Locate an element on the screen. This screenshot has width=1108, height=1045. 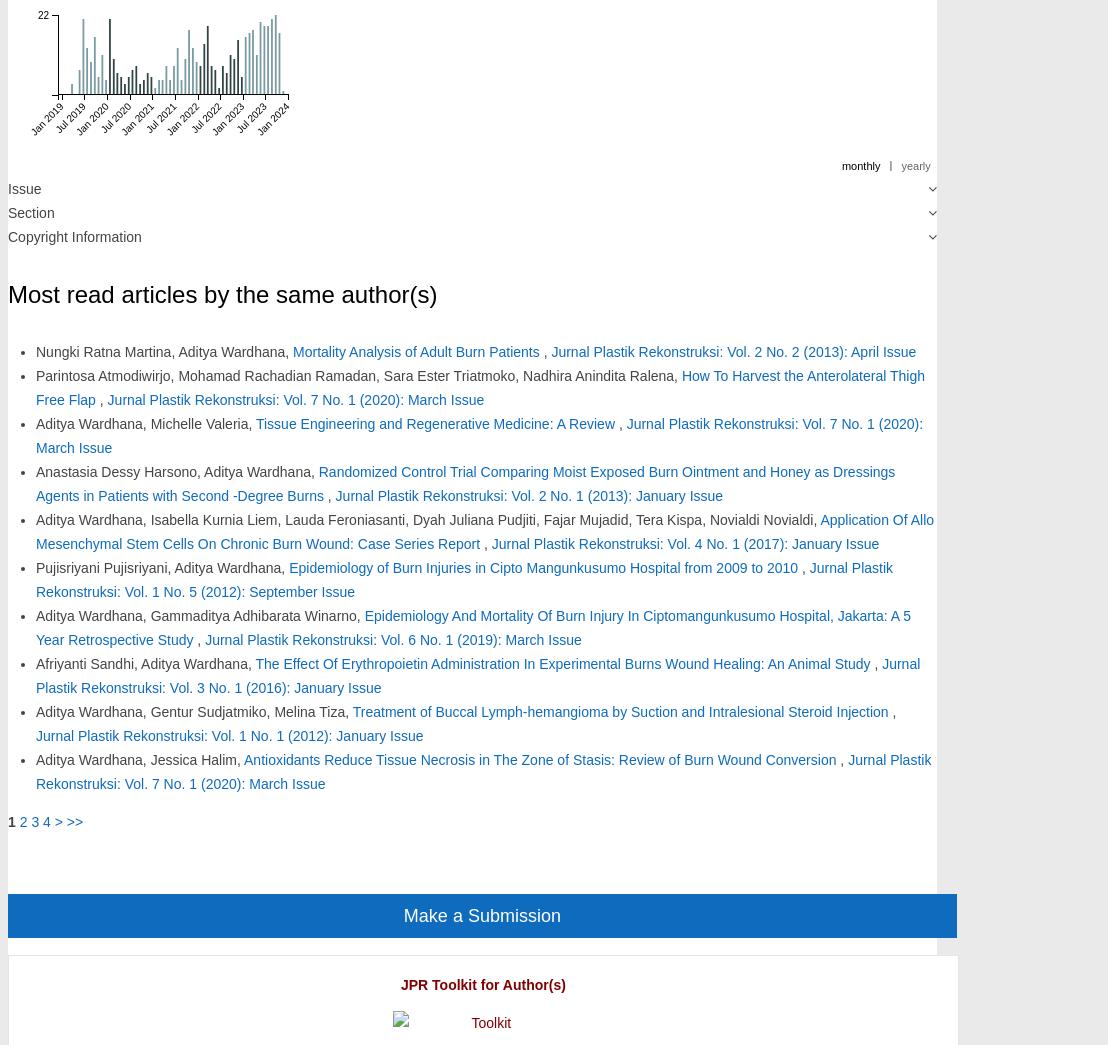
'Jul 2021' is located at coordinates (159, 116).